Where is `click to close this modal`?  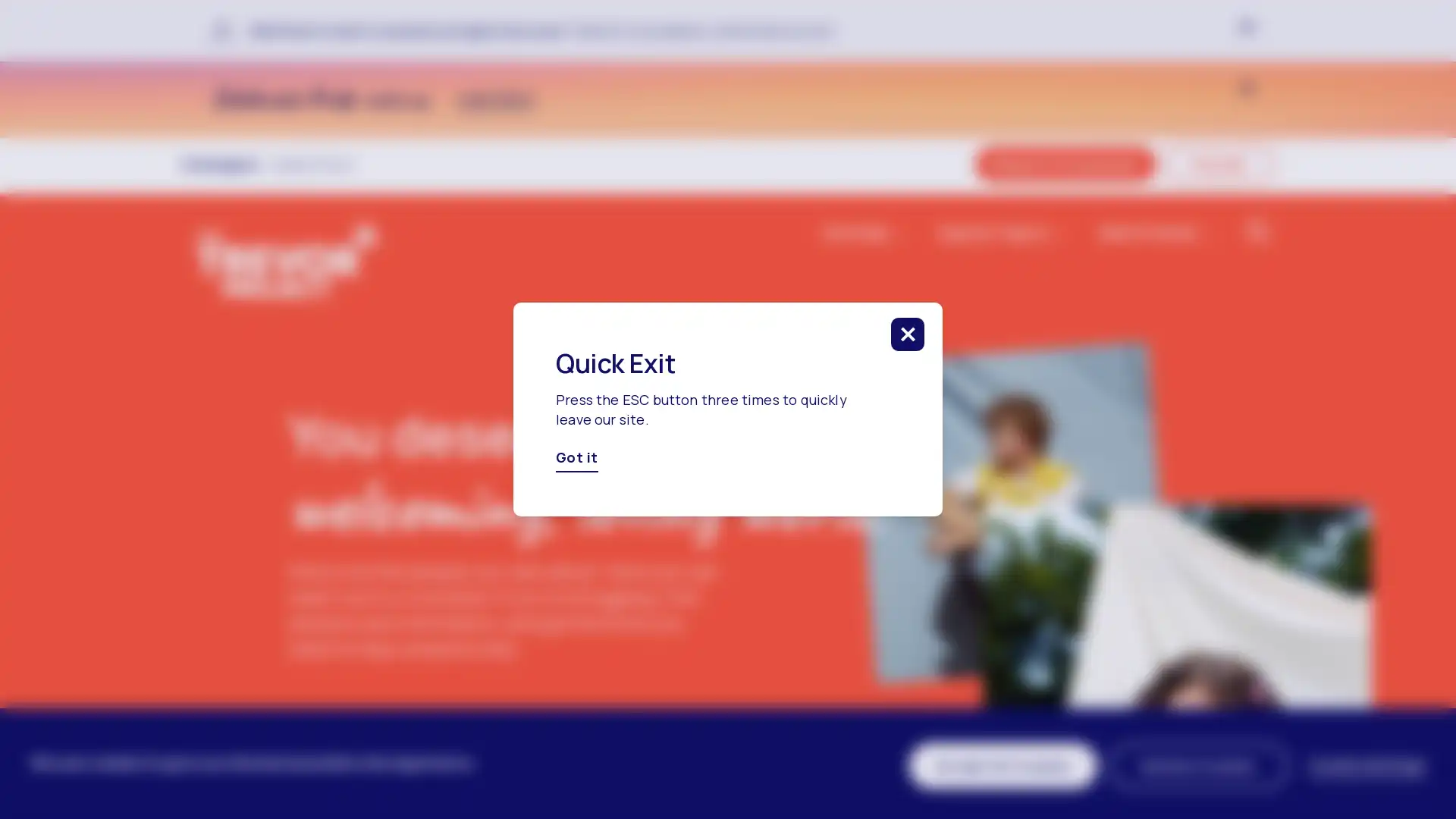
click to close this modal is located at coordinates (907, 333).